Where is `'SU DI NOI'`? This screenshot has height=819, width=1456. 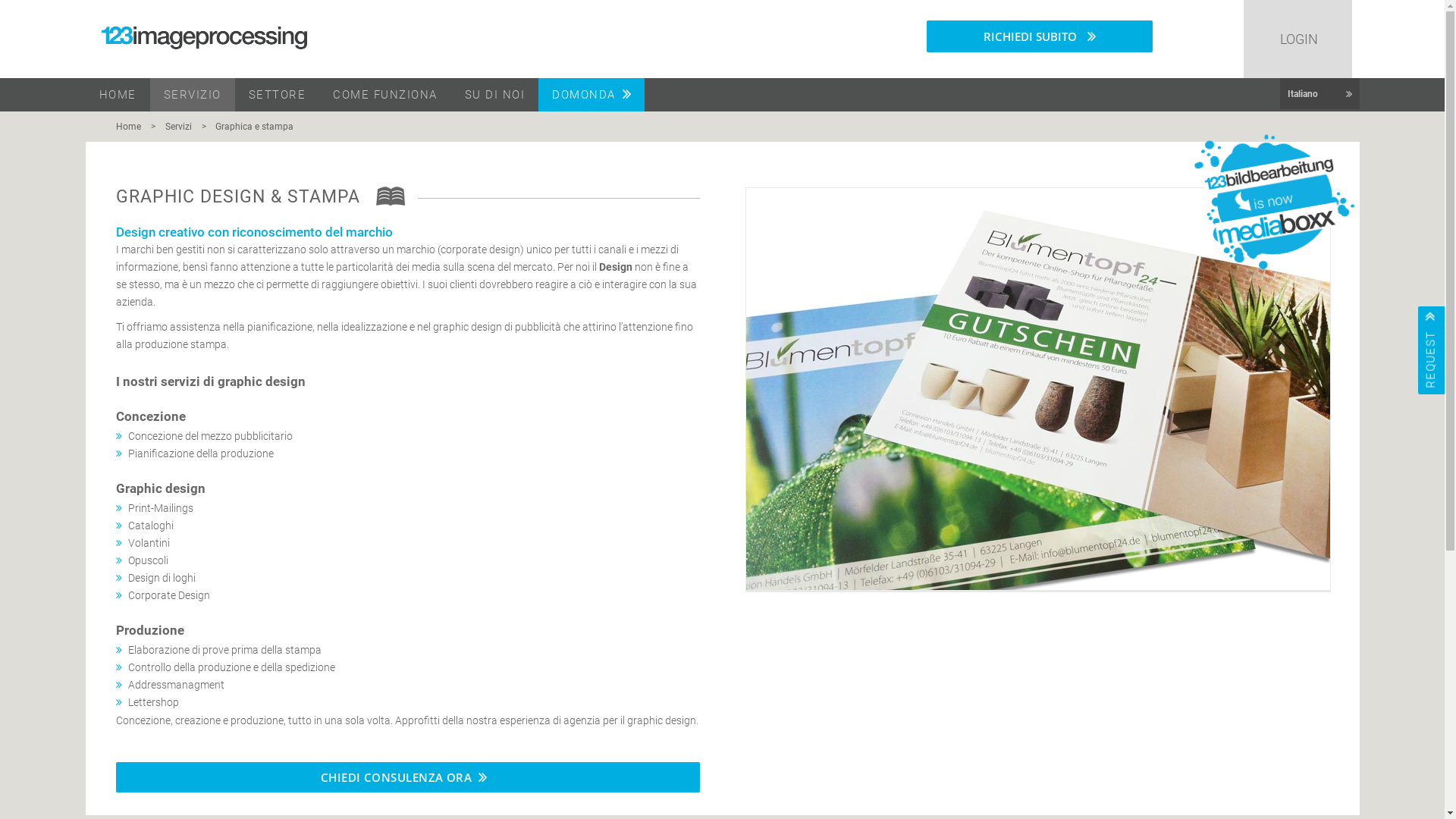
'SU DI NOI' is located at coordinates (494, 94).